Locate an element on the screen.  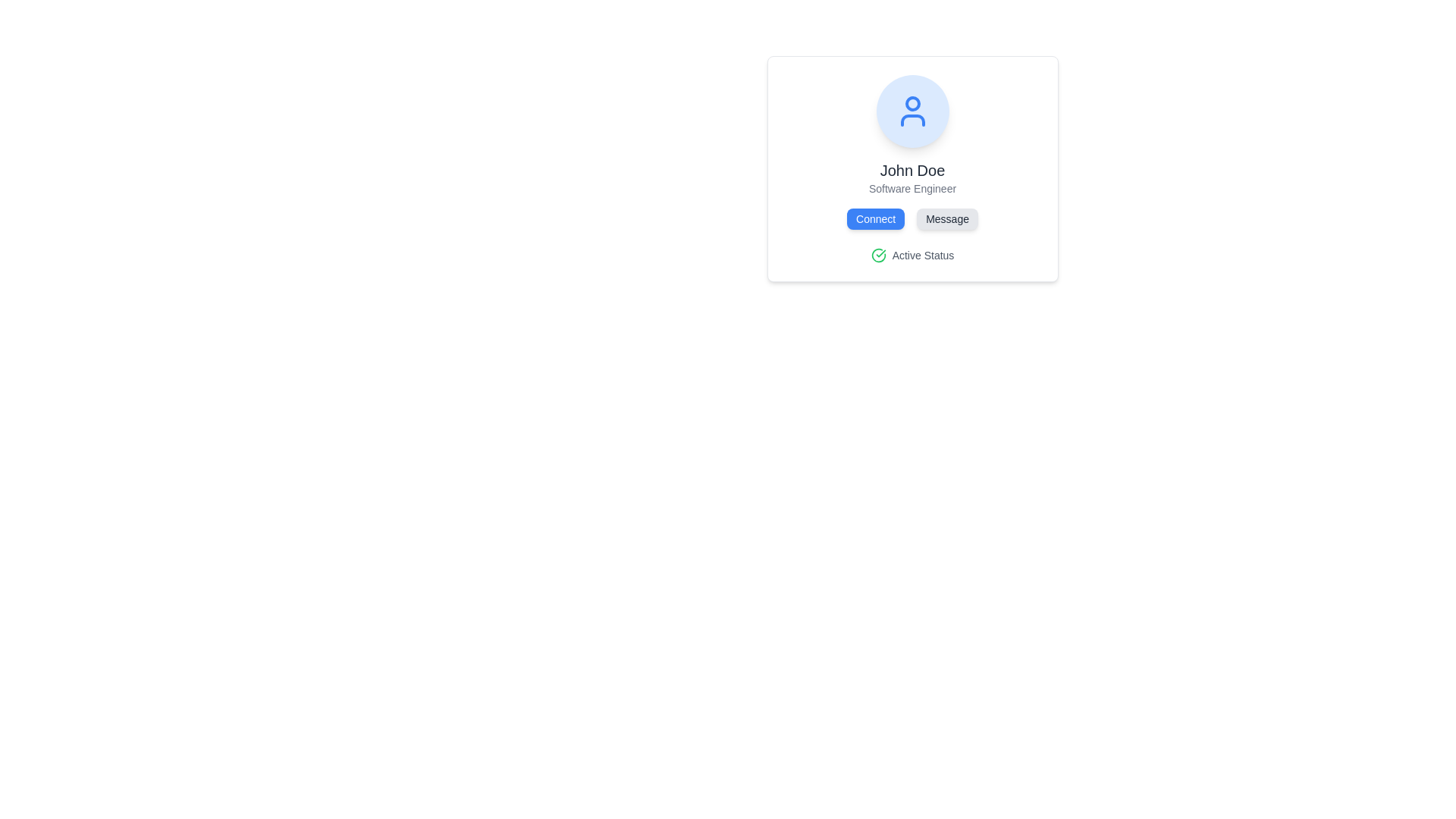
the visual status indicator icon located to the immediate left of the text 'Active Status' is located at coordinates (878, 254).